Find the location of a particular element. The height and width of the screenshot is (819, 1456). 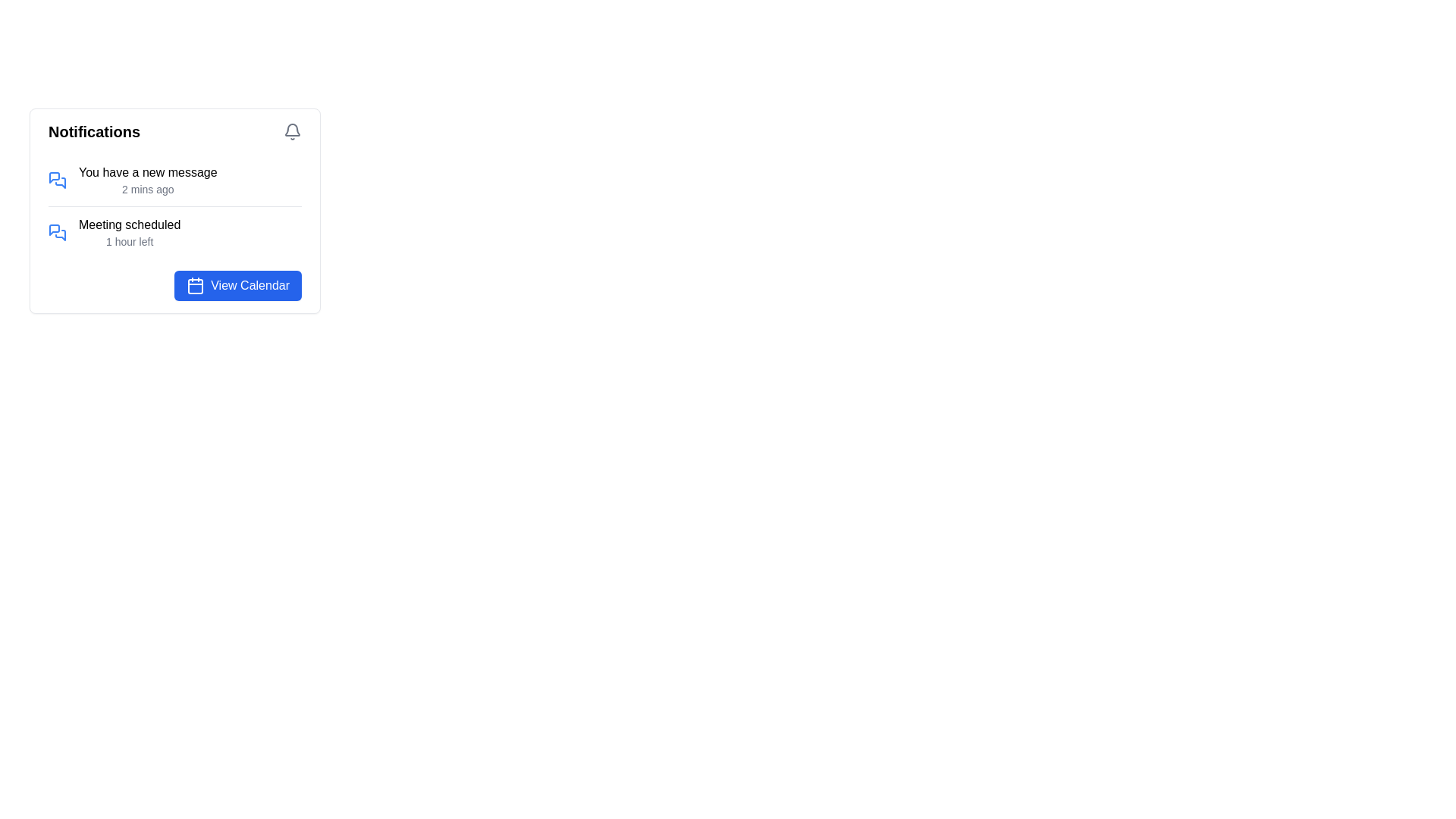

the text label within the button that signifies its action to navigate to the calendar view, located centrally adjacent to a calendar icon is located at coordinates (250, 286).